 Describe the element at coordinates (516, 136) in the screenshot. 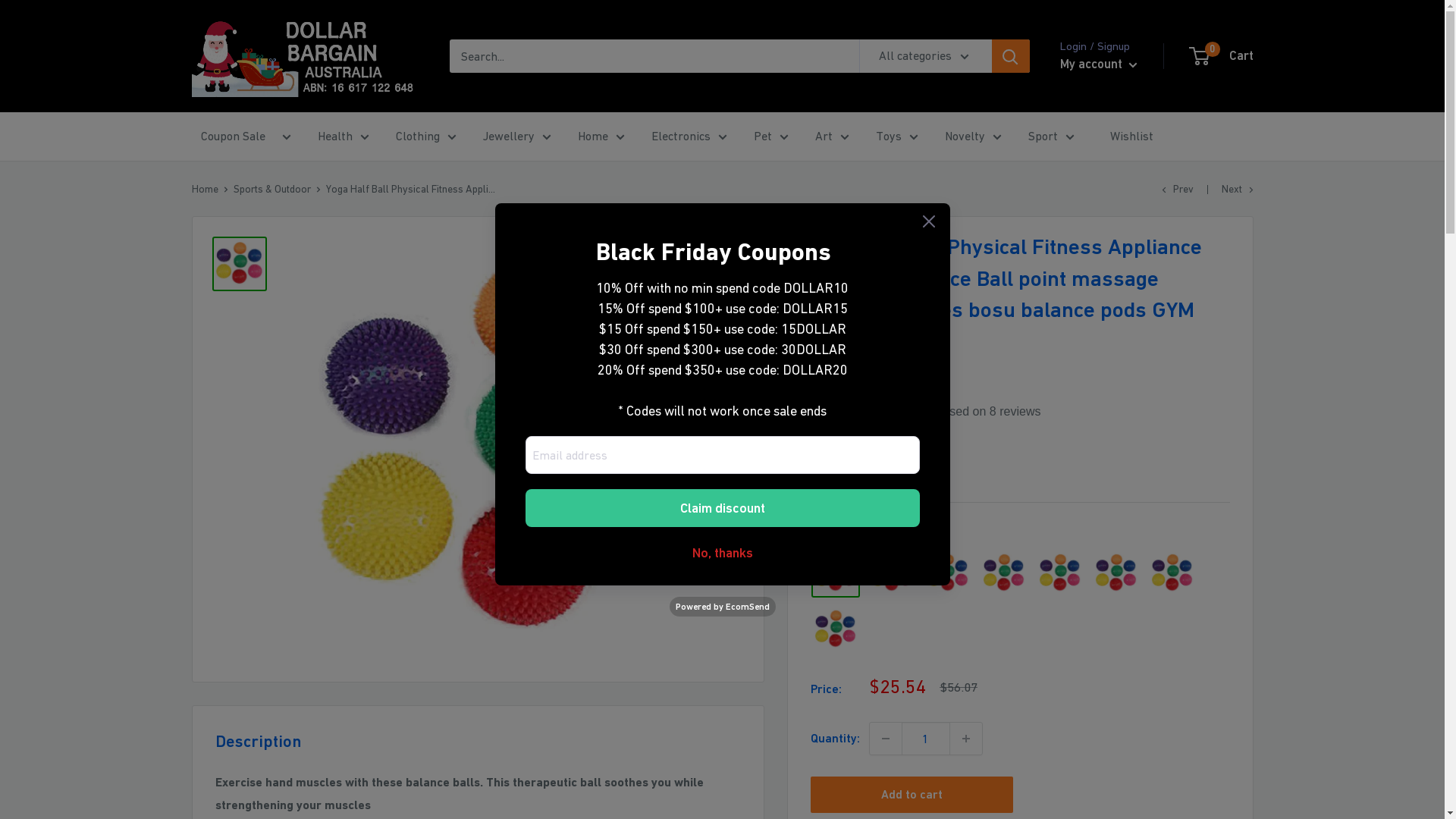

I see `'Jewellery'` at that location.